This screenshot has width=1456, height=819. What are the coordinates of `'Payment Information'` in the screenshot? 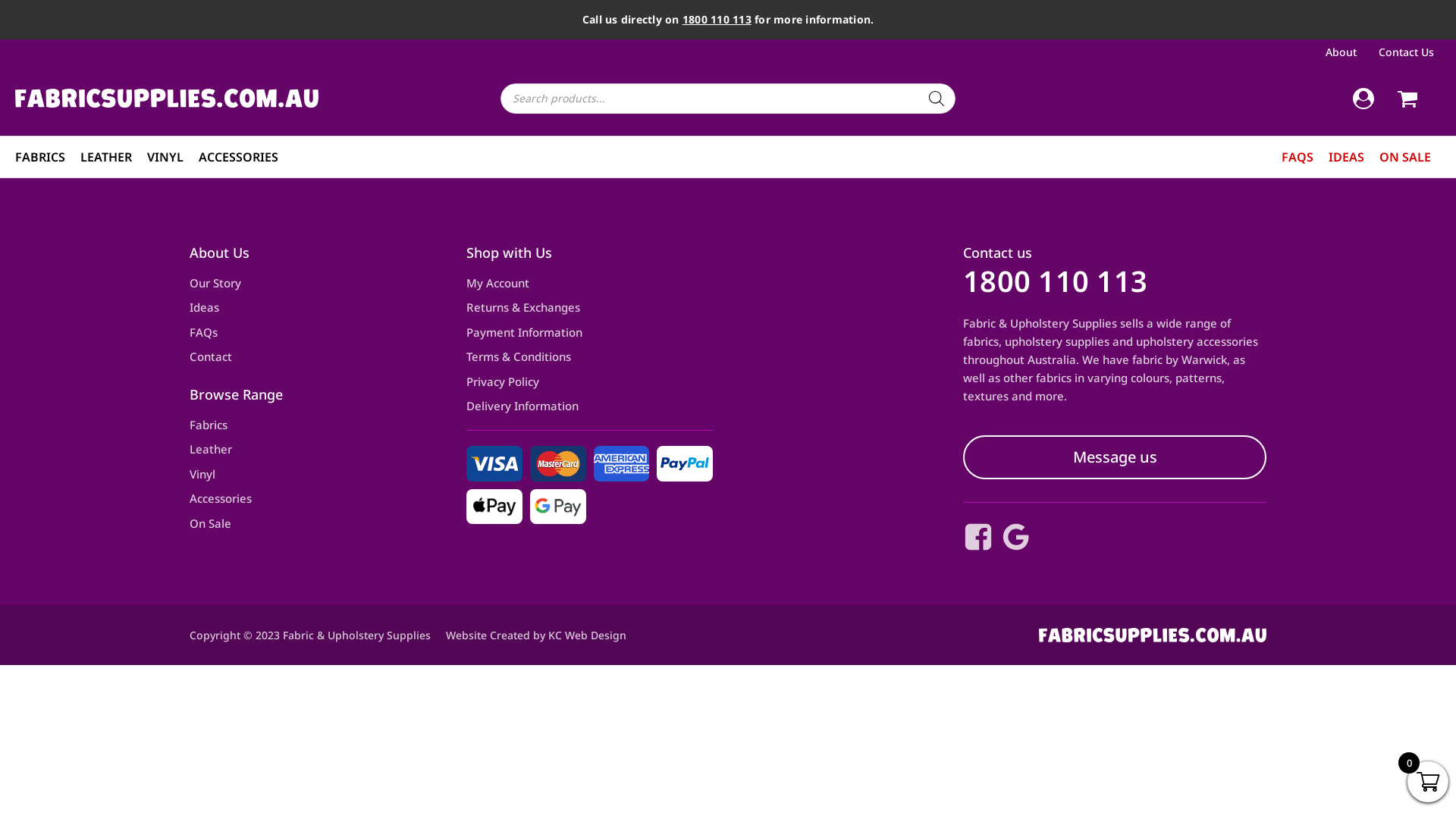 It's located at (524, 331).